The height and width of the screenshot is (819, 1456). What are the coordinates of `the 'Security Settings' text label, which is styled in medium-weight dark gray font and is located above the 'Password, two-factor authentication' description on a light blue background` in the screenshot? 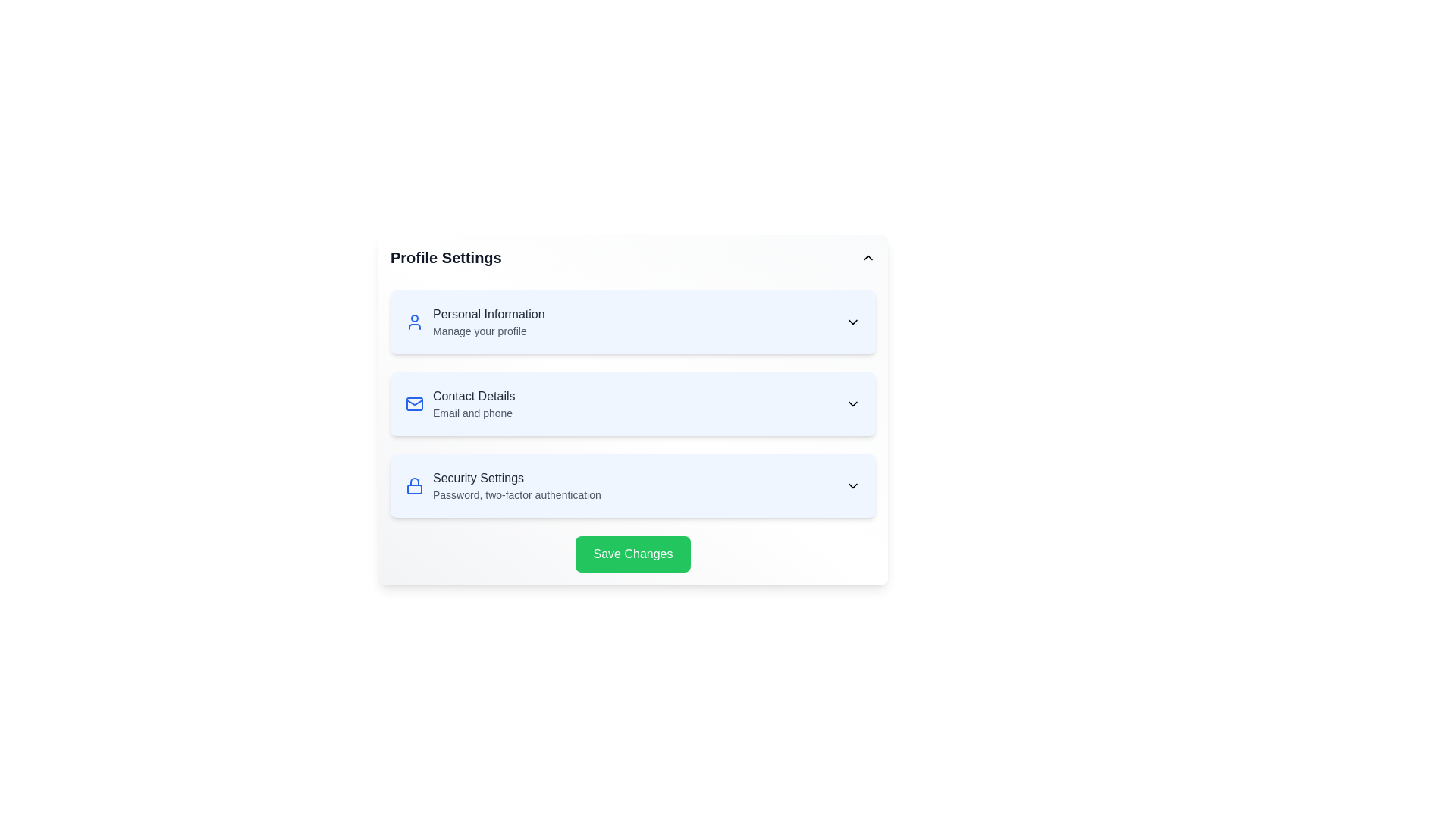 It's located at (516, 479).